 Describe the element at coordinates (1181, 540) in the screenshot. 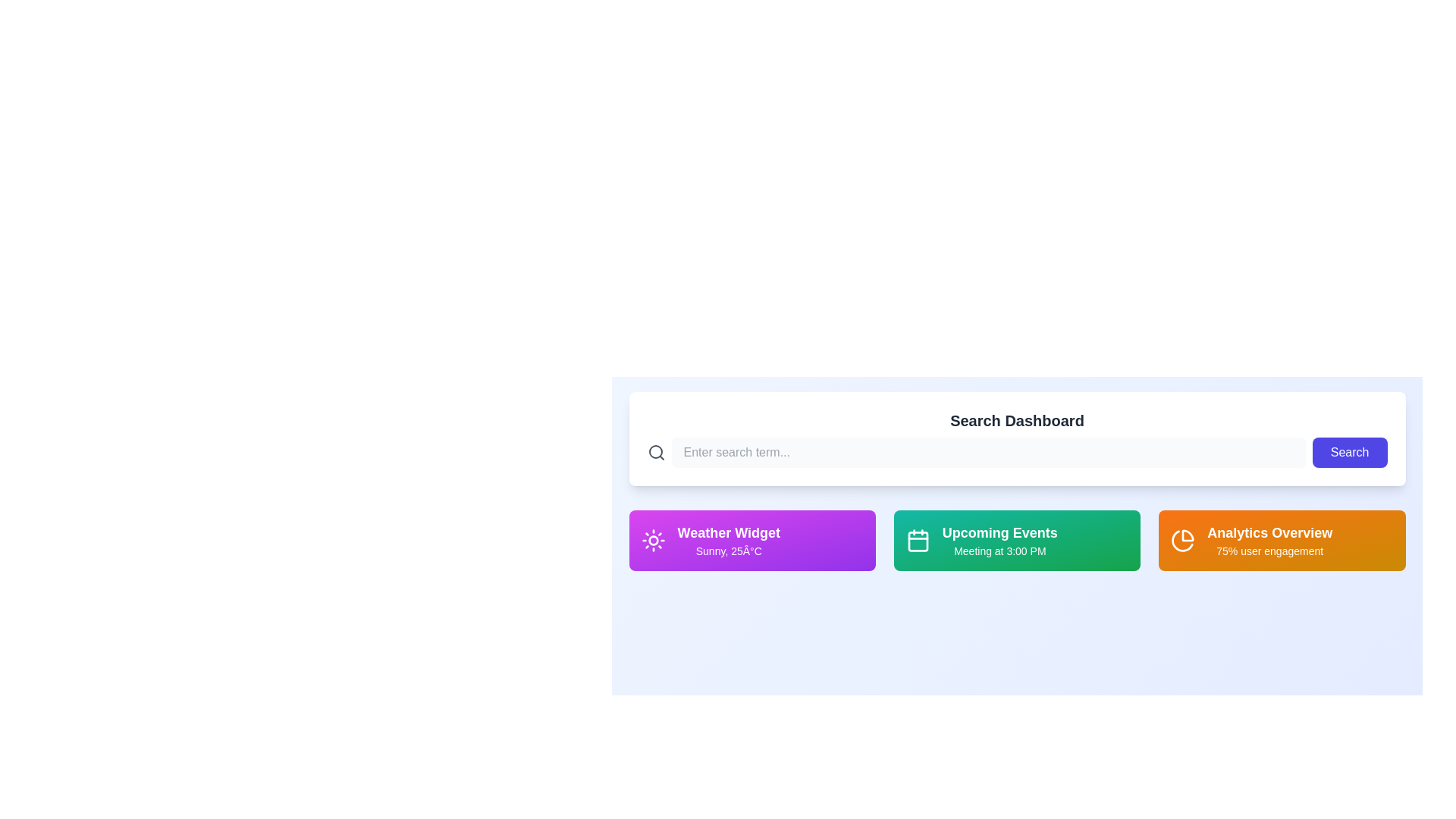

I see `the Decorative SVG graphic element that is a segment within the pie chart icon in the orange box labeled 'Analytics Overview' located in the bottom-right section of the interface` at that location.